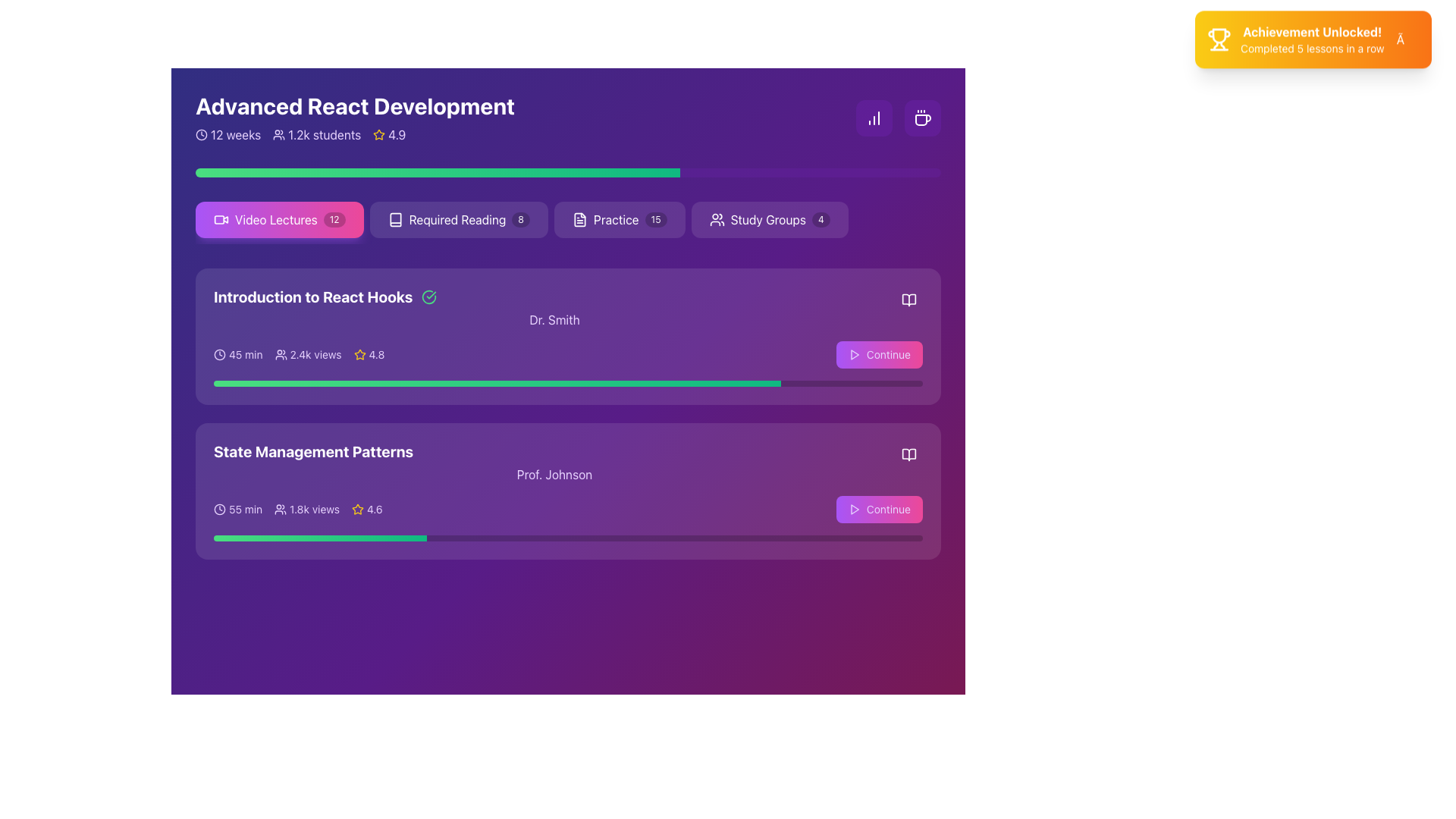 This screenshot has width=1456, height=819. What do you see at coordinates (200, 133) in the screenshot?
I see `the main circular shape representing the clock's face, which has a solid outline and is located in the top-right corner of the interface` at bounding box center [200, 133].